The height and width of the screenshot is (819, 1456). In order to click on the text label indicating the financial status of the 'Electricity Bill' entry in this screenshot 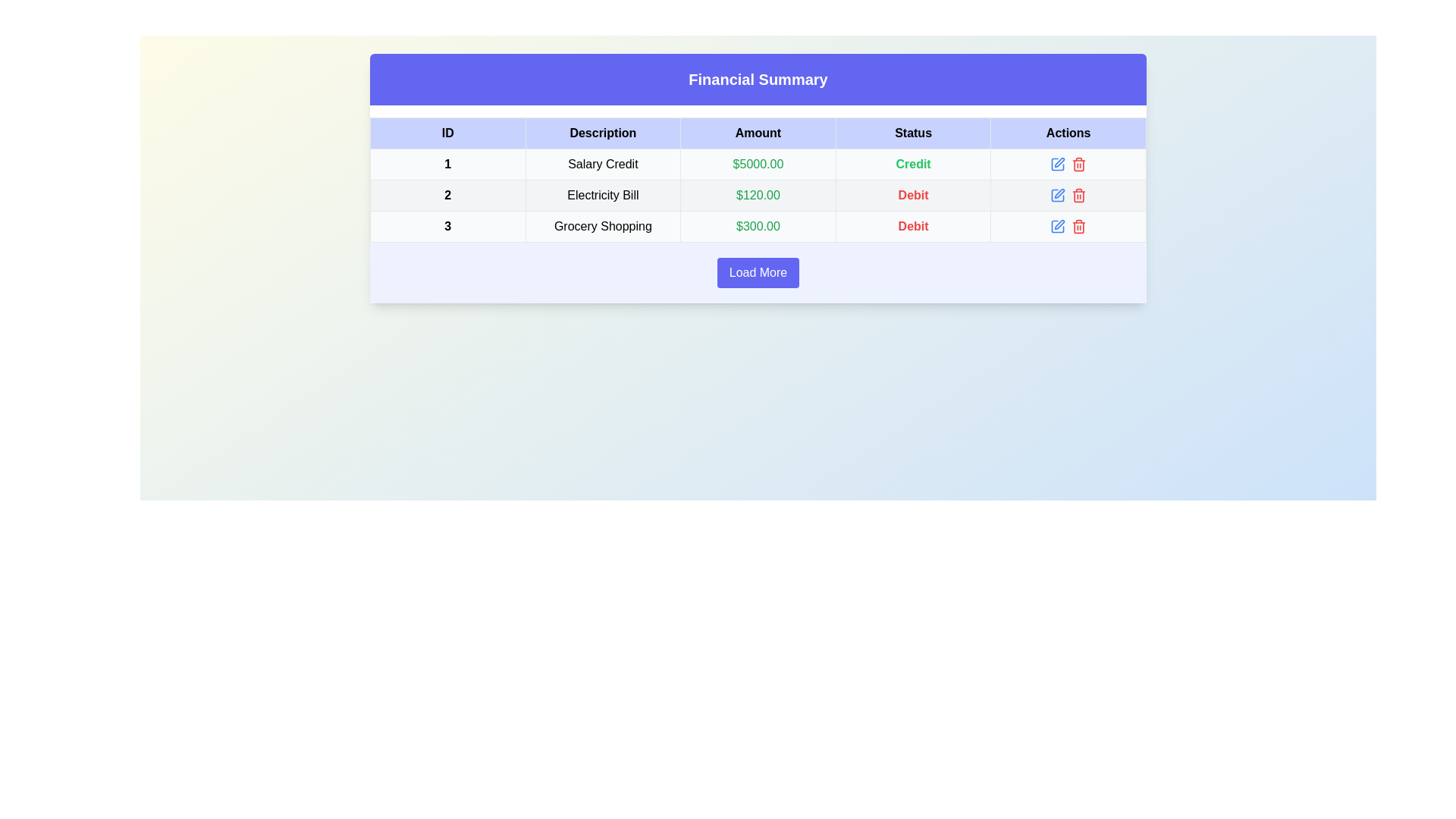, I will do `click(912, 195)`.